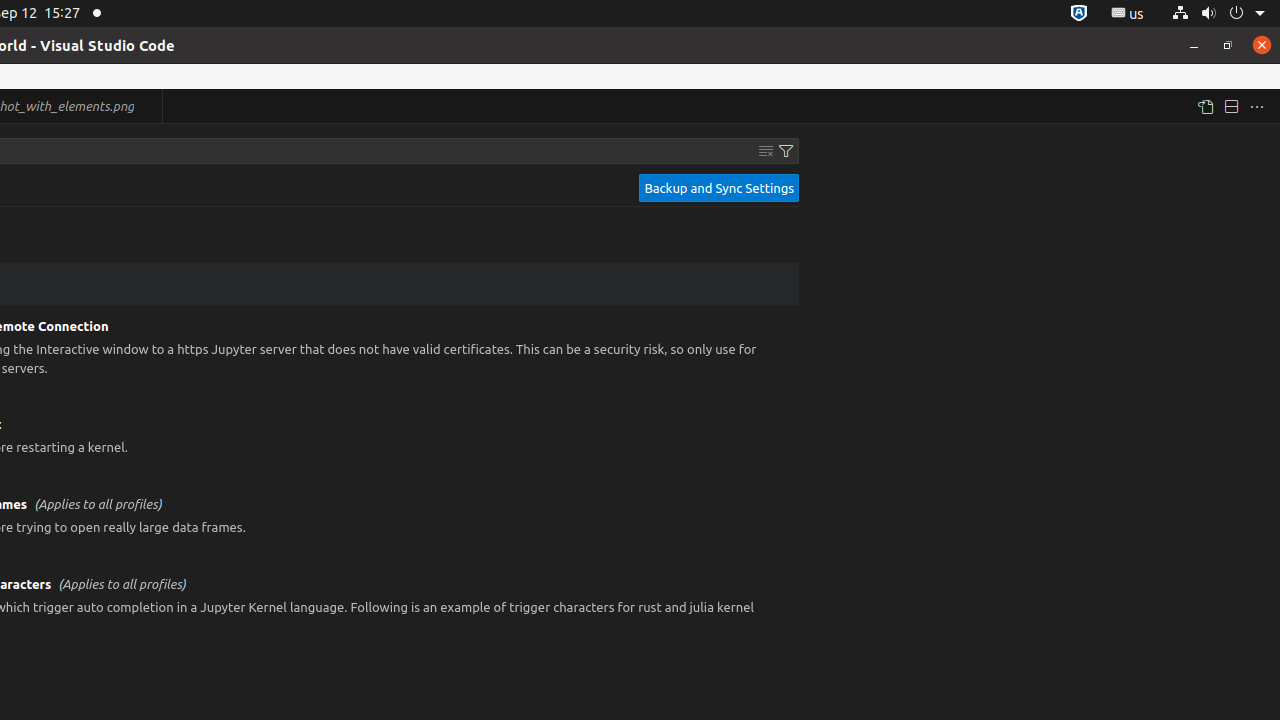  What do you see at coordinates (764, 149) in the screenshot?
I see `'Clear Settings Search Input'` at bounding box center [764, 149].